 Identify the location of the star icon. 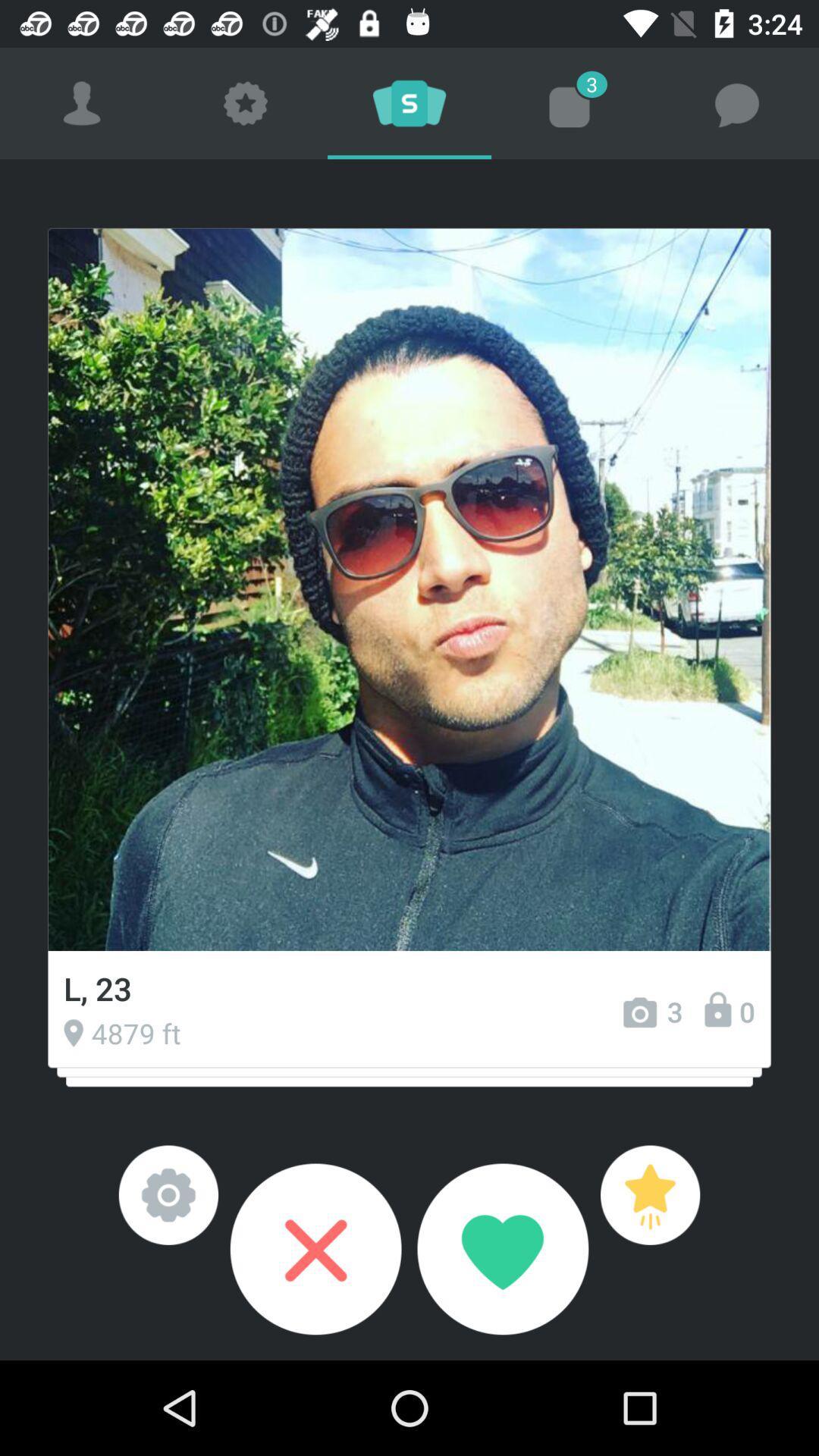
(649, 1194).